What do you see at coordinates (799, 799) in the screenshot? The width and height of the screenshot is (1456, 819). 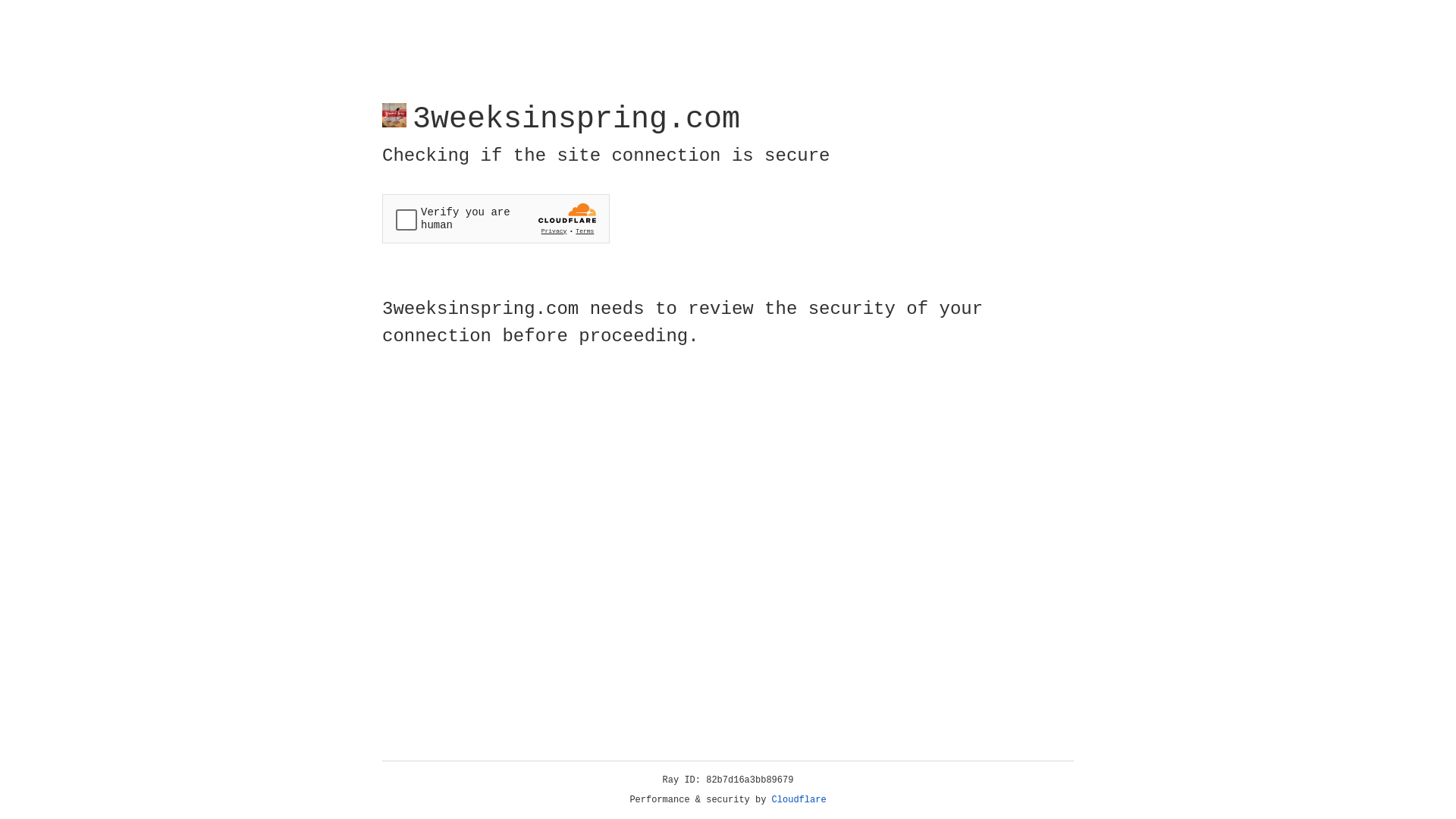 I see `'Cloudflare'` at bounding box center [799, 799].